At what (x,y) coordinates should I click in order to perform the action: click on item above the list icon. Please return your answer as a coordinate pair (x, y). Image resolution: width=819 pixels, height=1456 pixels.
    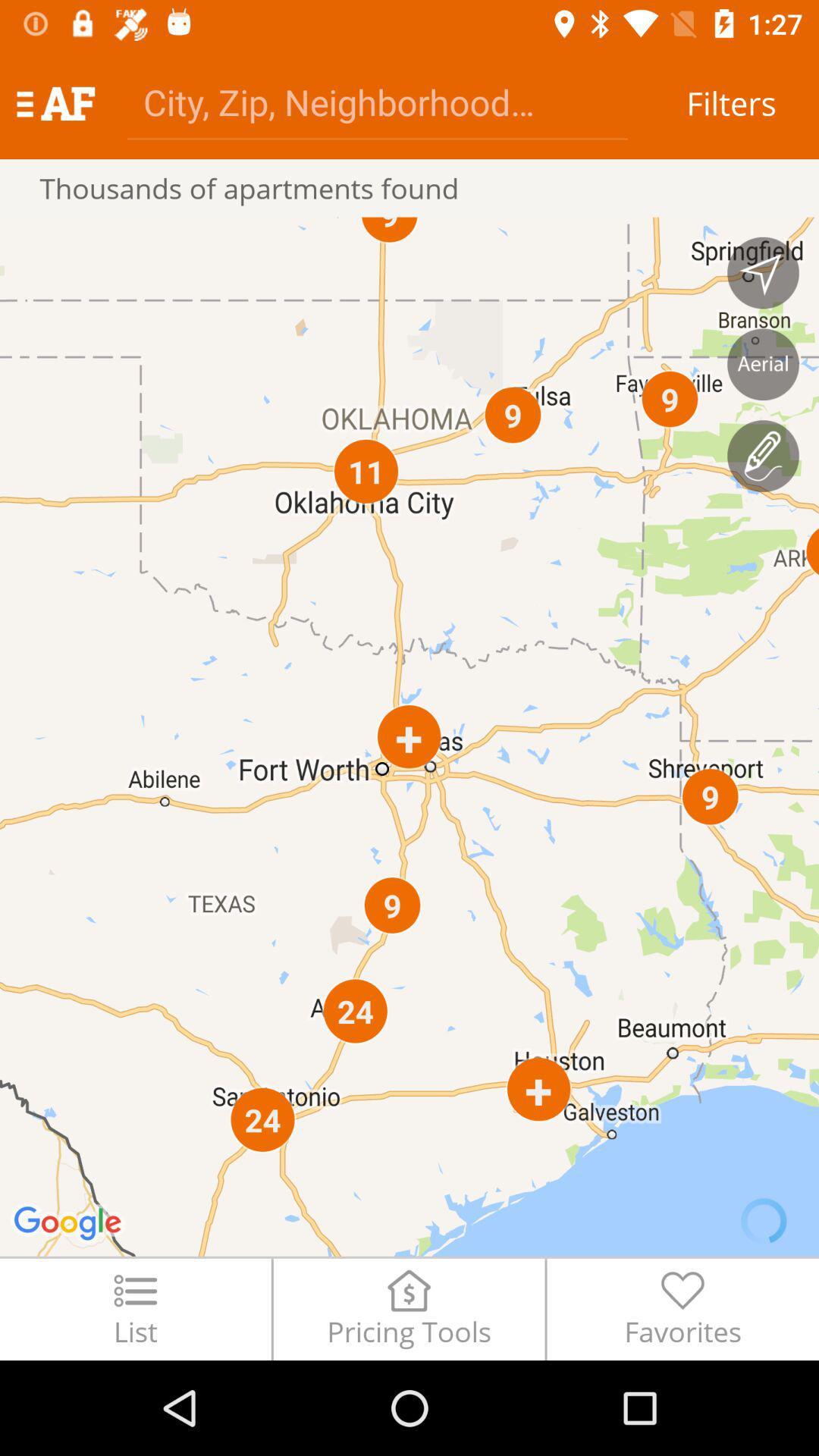
    Looking at the image, I should click on (409, 736).